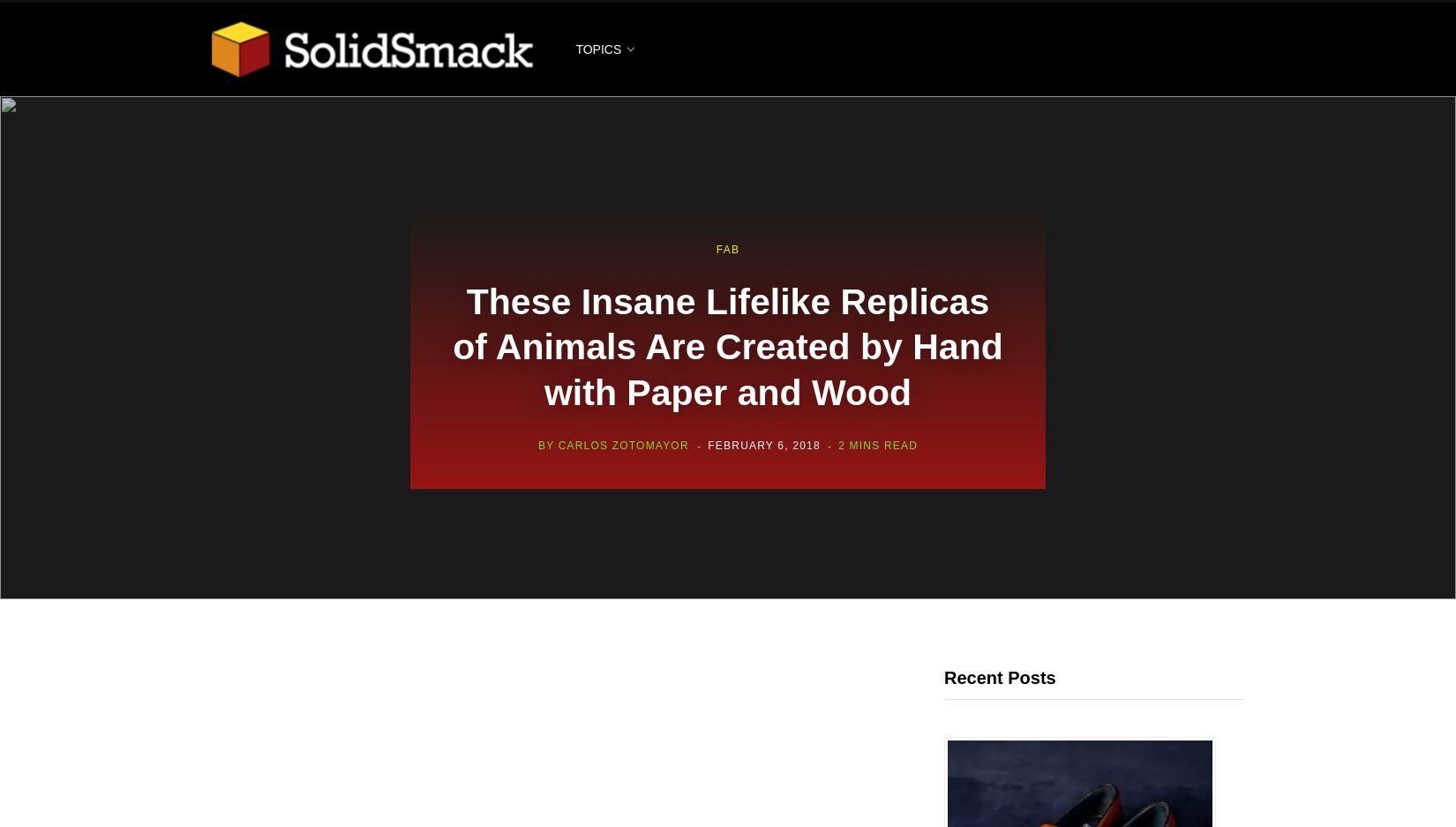  I want to click on 'COOL TOOLS', so click(598, 308).